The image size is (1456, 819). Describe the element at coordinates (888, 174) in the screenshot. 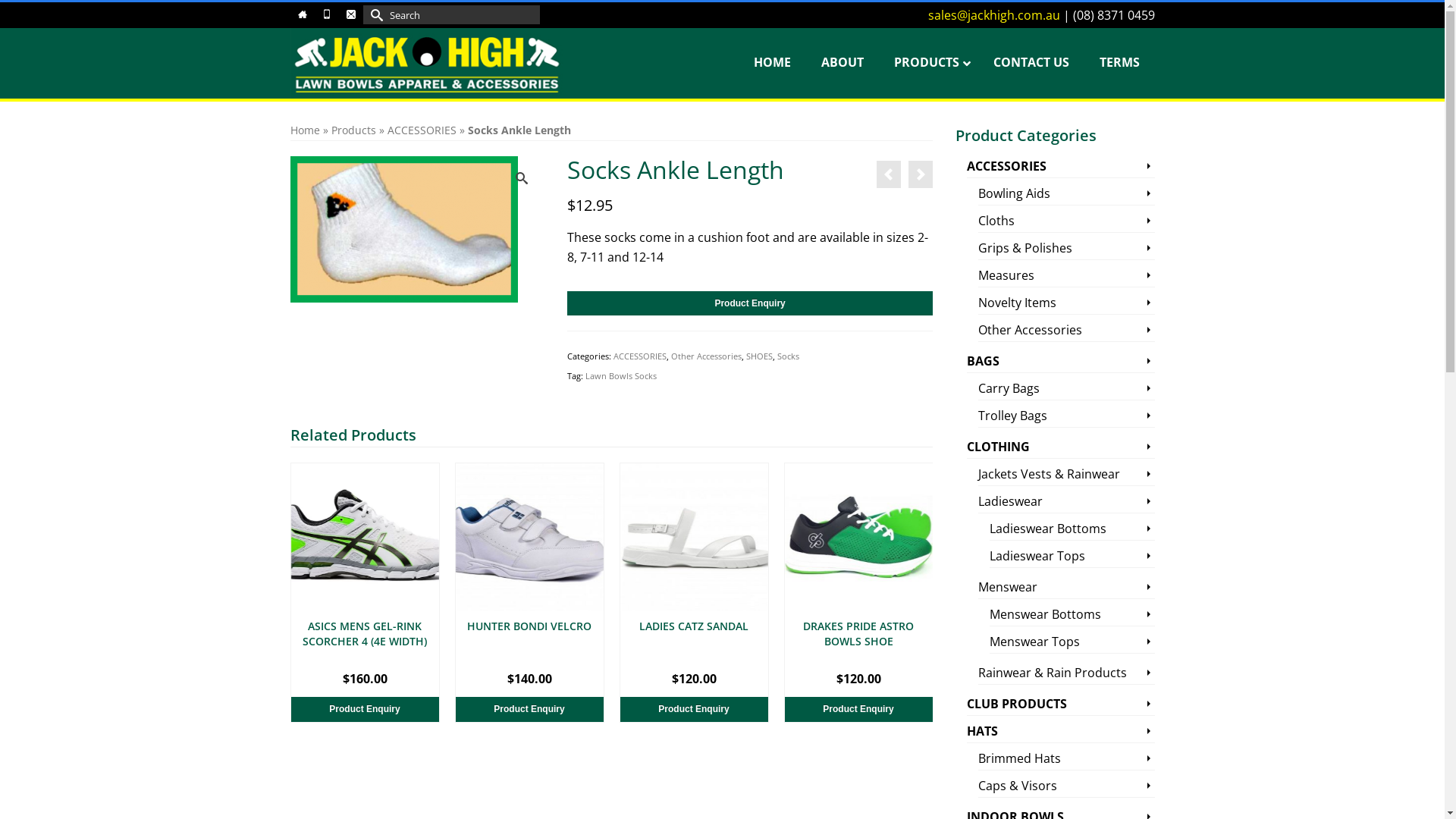

I see `'Socks Crew Length'` at that location.